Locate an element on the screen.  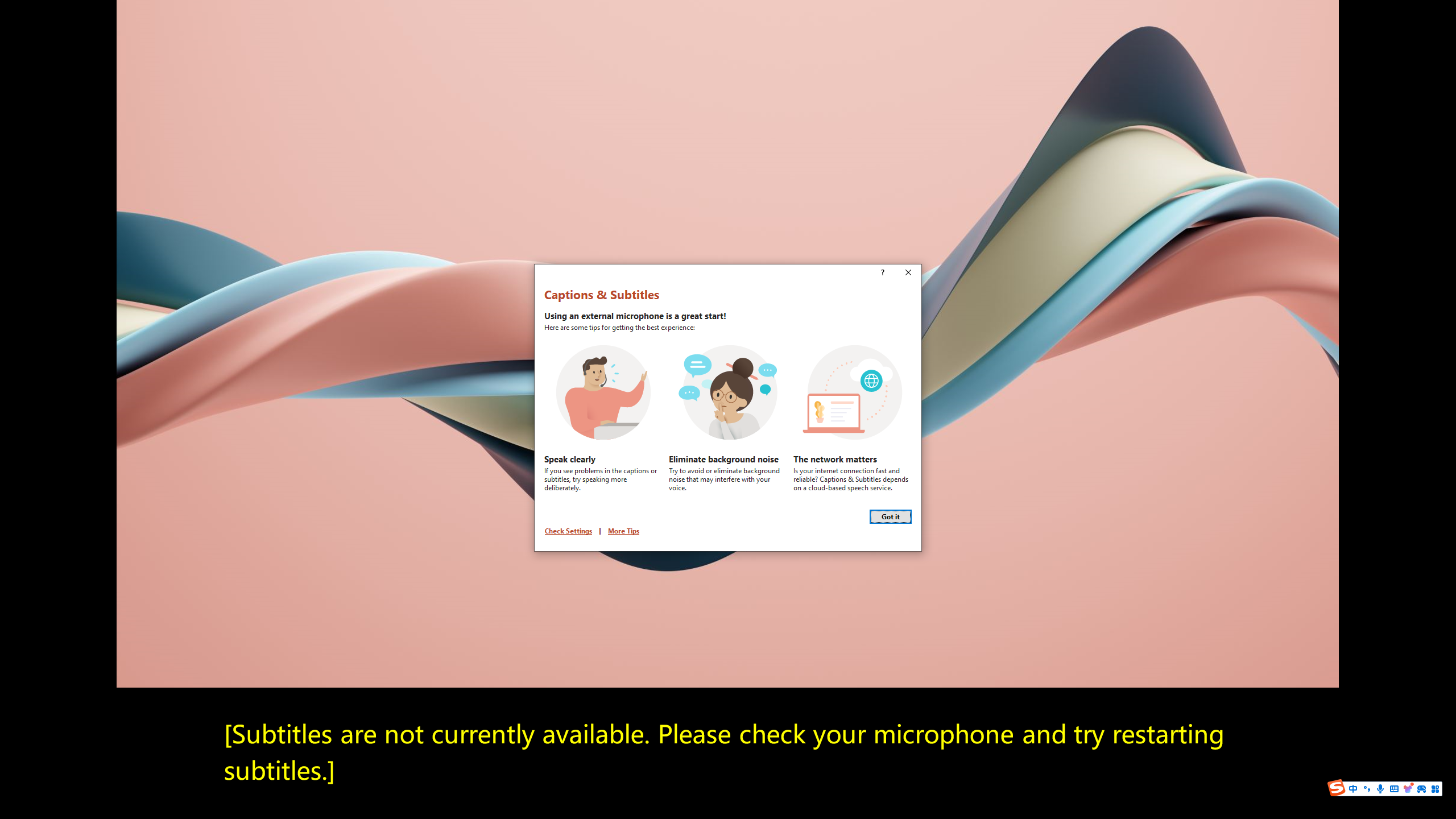
'Laptop transferring data to and from the internet' is located at coordinates (853, 392).